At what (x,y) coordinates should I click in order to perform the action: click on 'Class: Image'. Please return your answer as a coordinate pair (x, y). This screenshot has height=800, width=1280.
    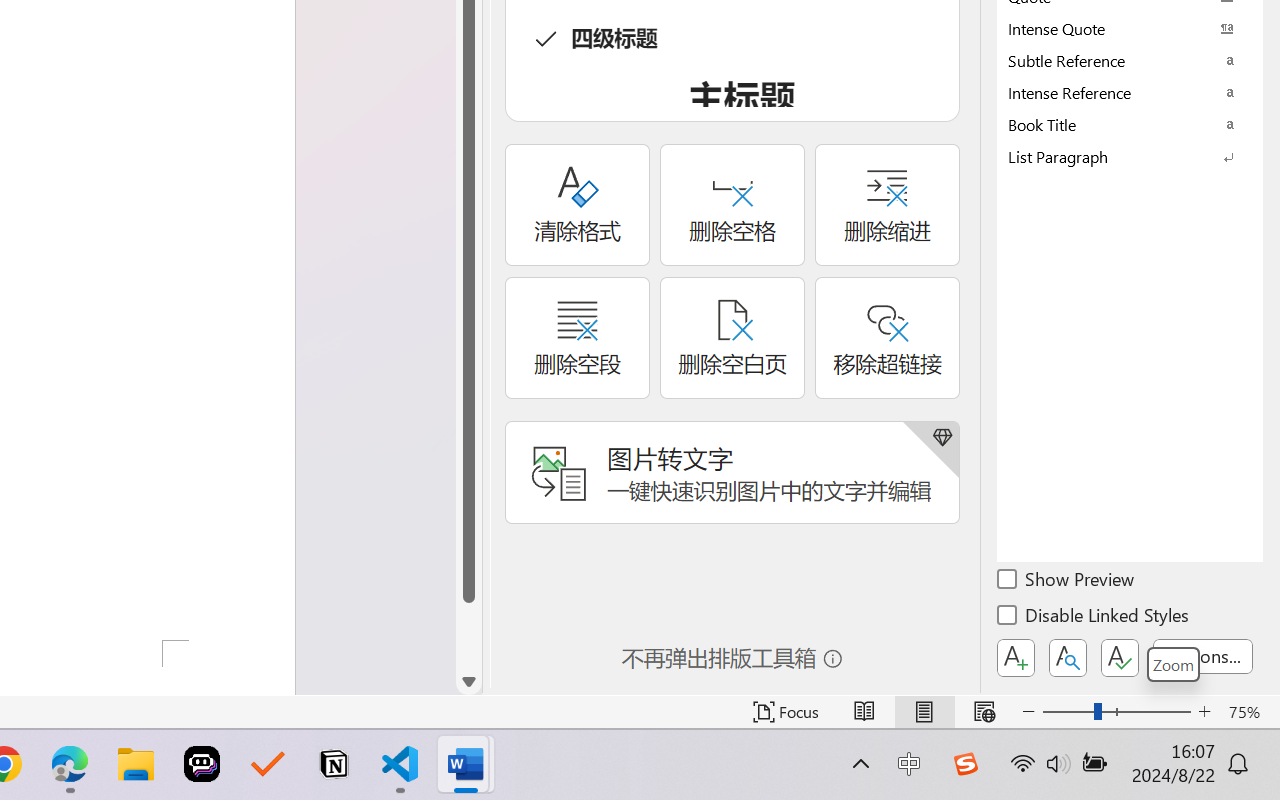
    Looking at the image, I should click on (965, 764).